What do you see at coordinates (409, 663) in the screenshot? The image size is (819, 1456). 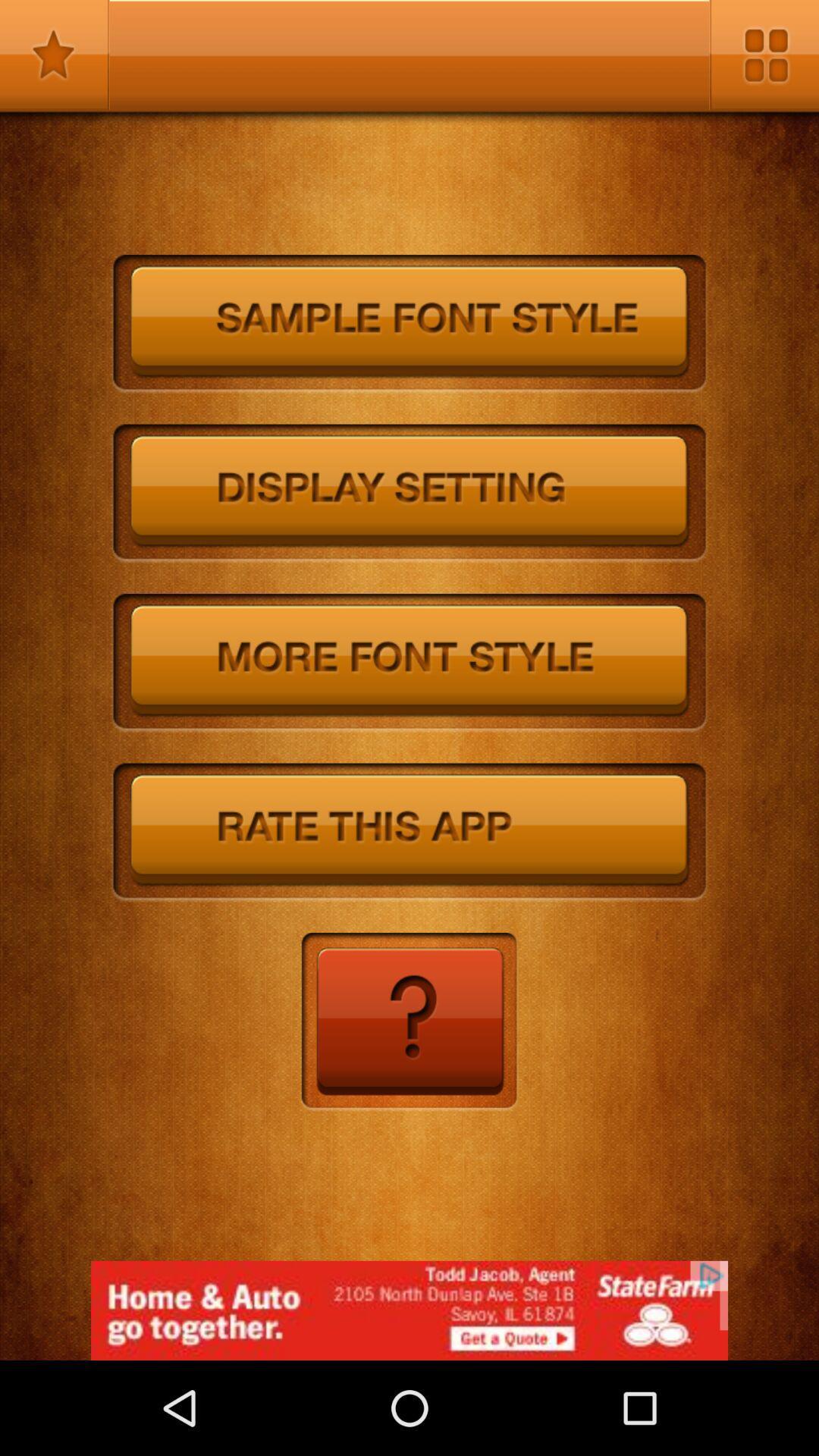 I see `choose a different font` at bounding box center [409, 663].